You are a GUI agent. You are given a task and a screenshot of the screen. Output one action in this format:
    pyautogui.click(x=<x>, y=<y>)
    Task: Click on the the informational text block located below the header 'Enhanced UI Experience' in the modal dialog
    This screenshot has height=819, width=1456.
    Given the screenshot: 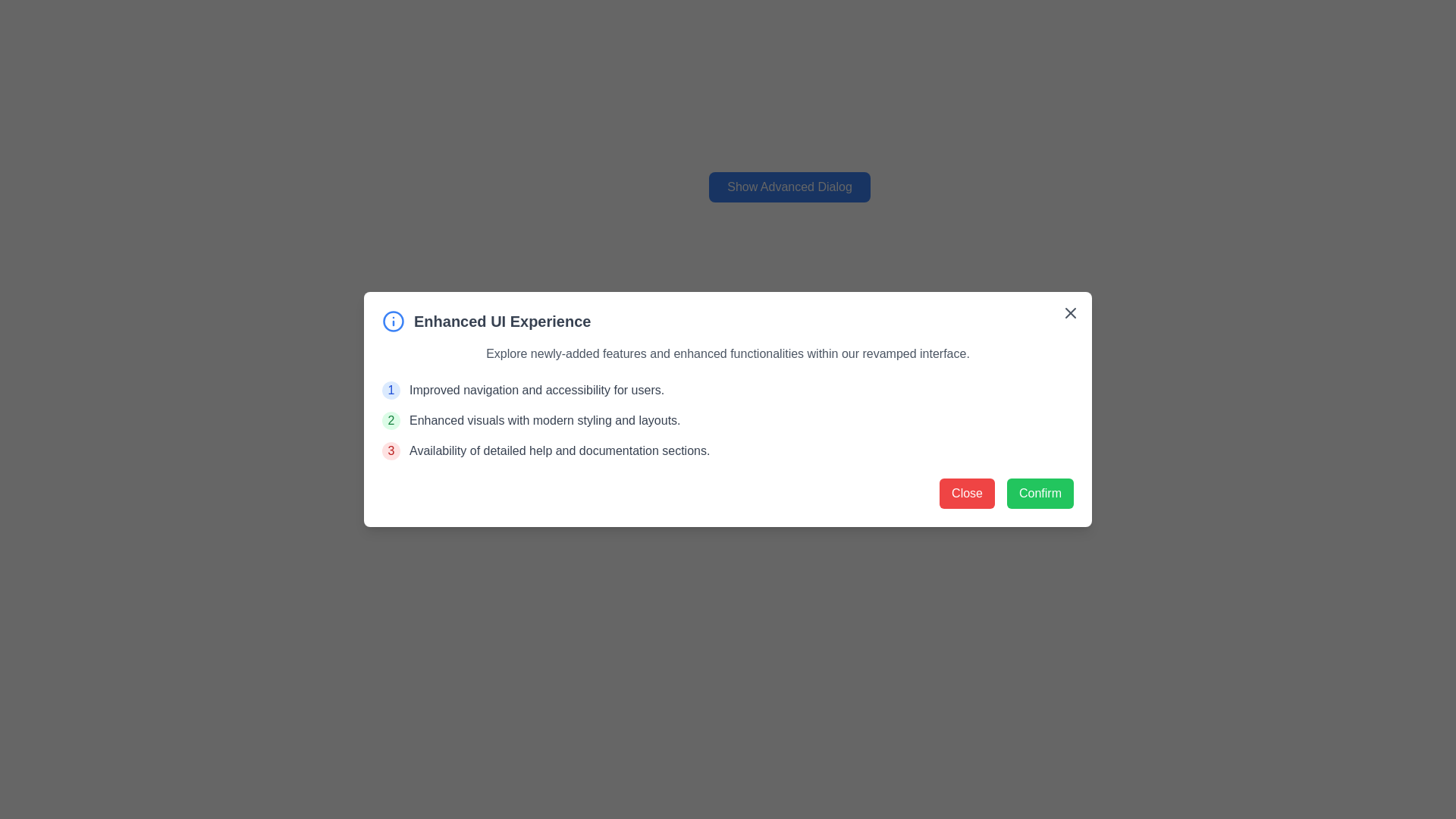 What is the action you would take?
    pyautogui.click(x=728, y=353)
    